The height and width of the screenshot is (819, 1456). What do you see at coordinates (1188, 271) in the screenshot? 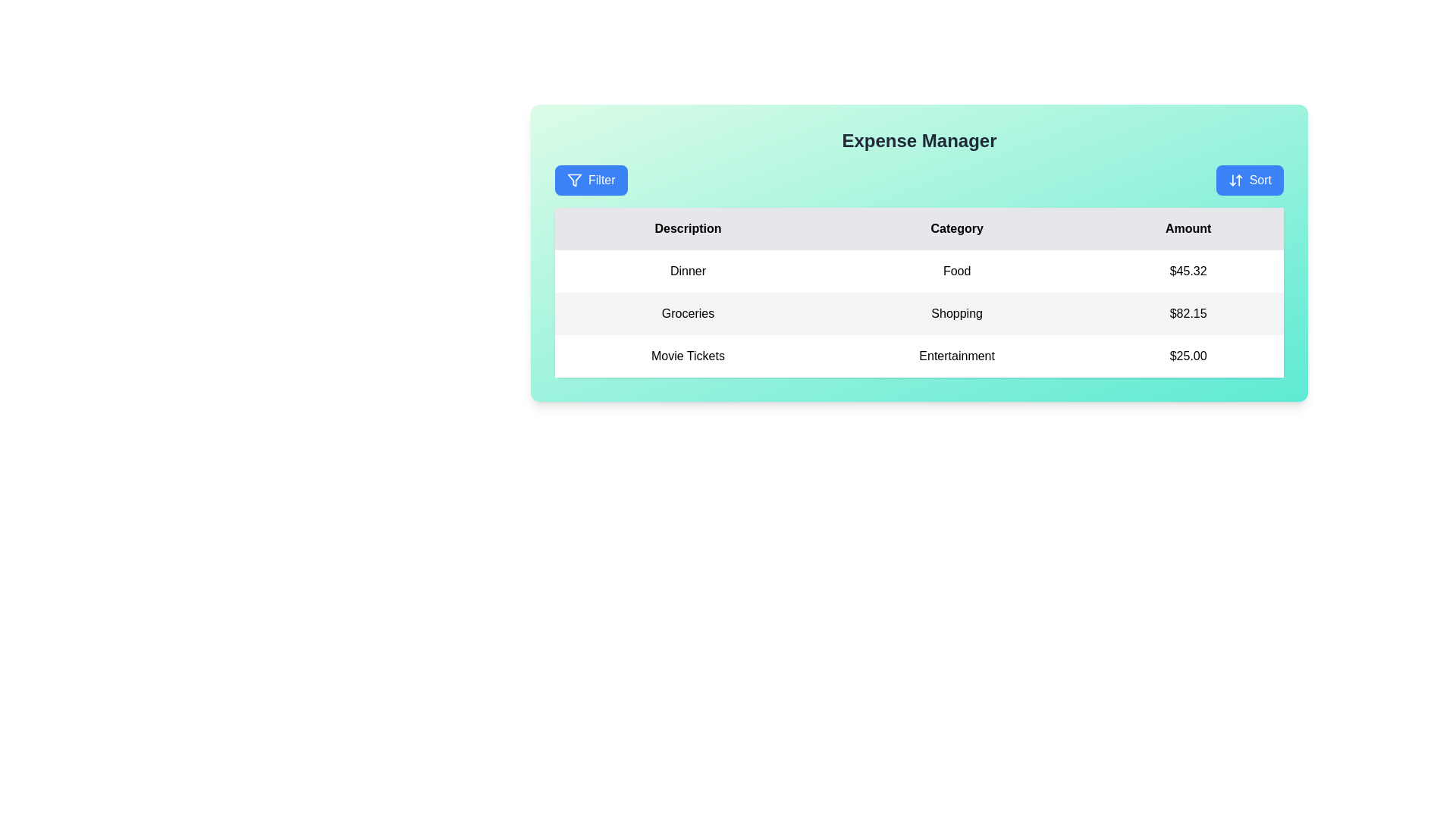
I see `the static text displaying the monetary value associated with the 'Food' category in the second row, third column of the table under the 'Amount' column` at bounding box center [1188, 271].